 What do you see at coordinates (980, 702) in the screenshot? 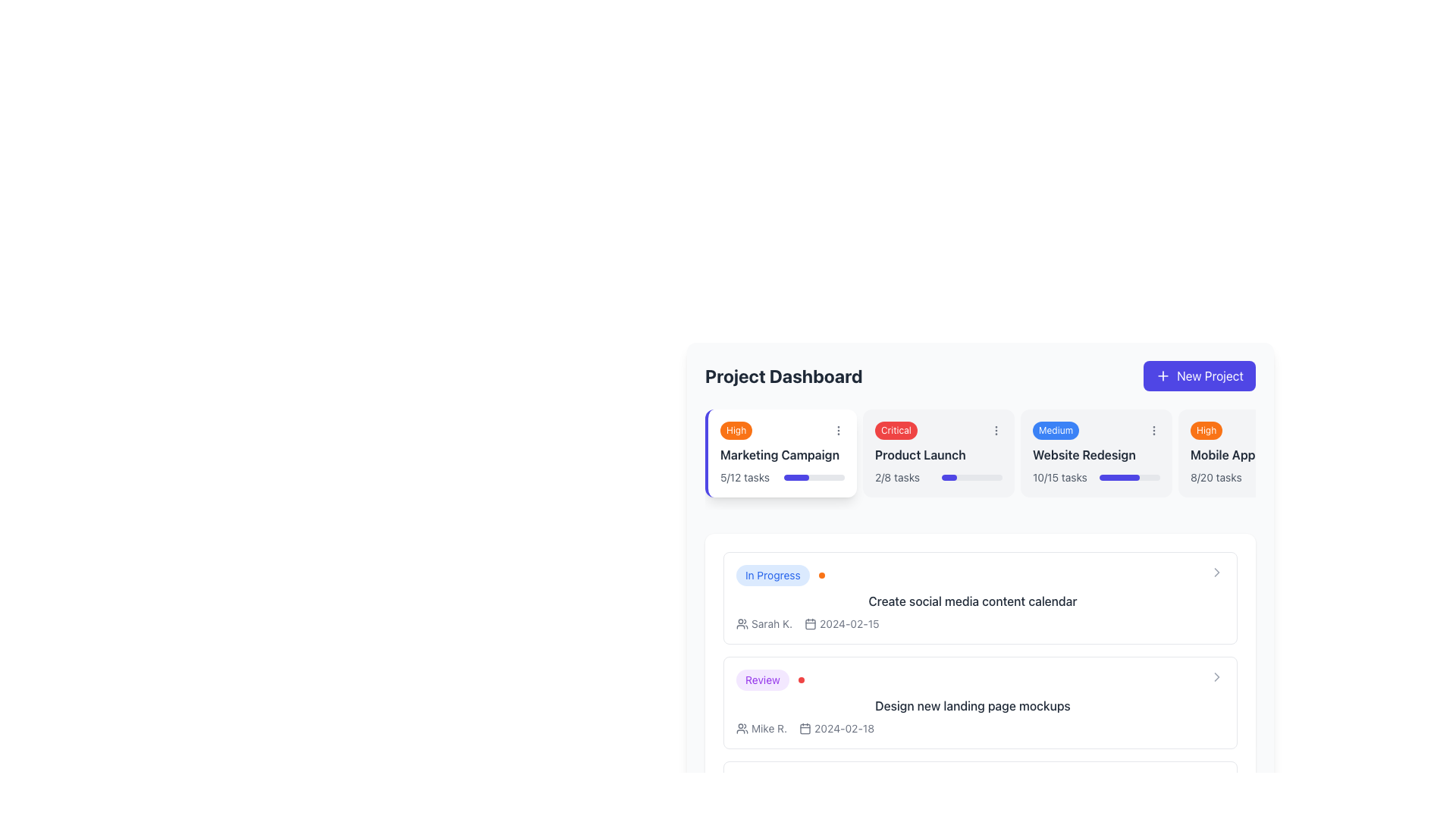
I see `the task title 'Design new landing page mockups' in the second task group labeled 'Review'` at bounding box center [980, 702].